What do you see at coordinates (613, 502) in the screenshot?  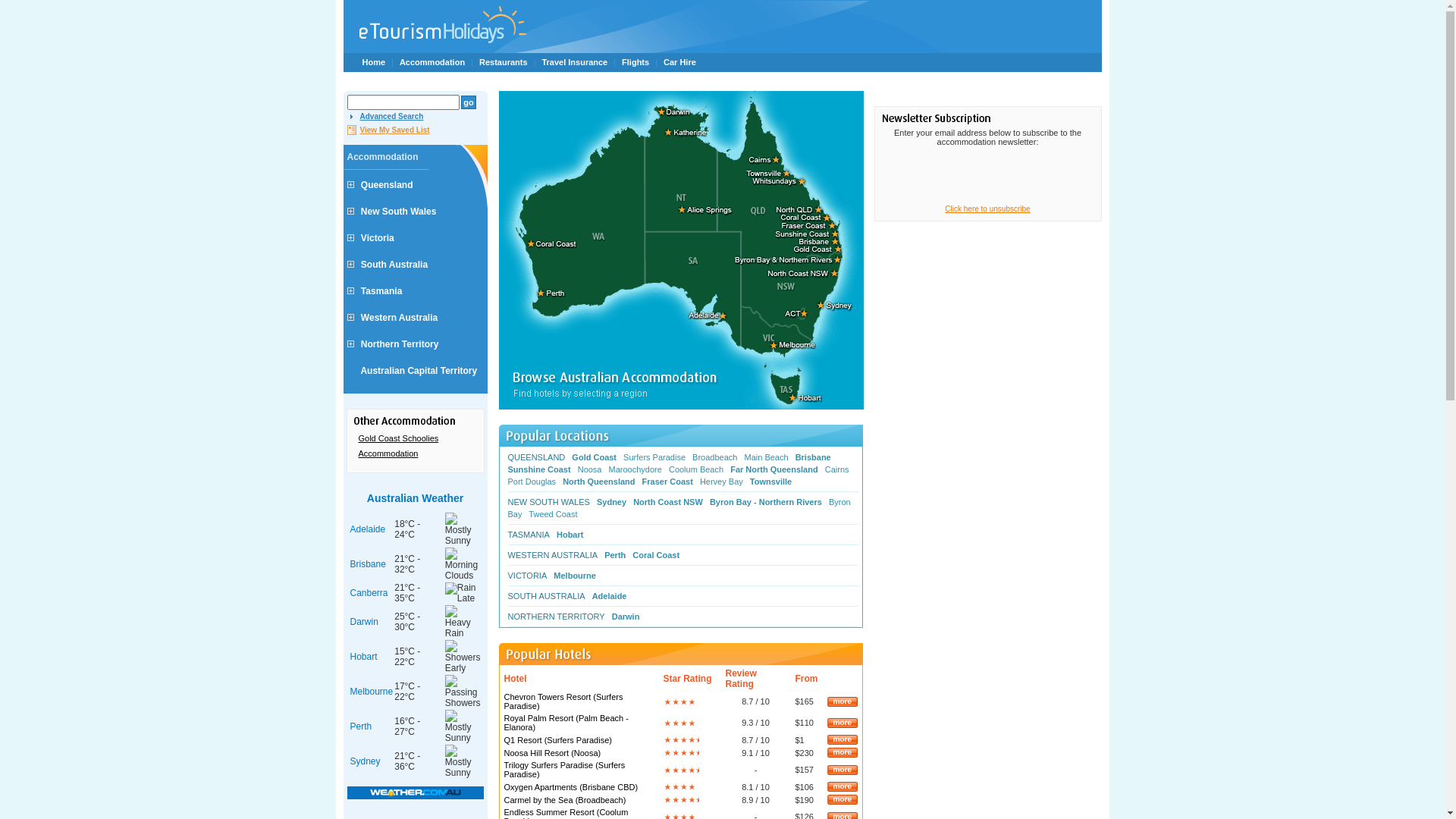 I see `'Sydney'` at bounding box center [613, 502].